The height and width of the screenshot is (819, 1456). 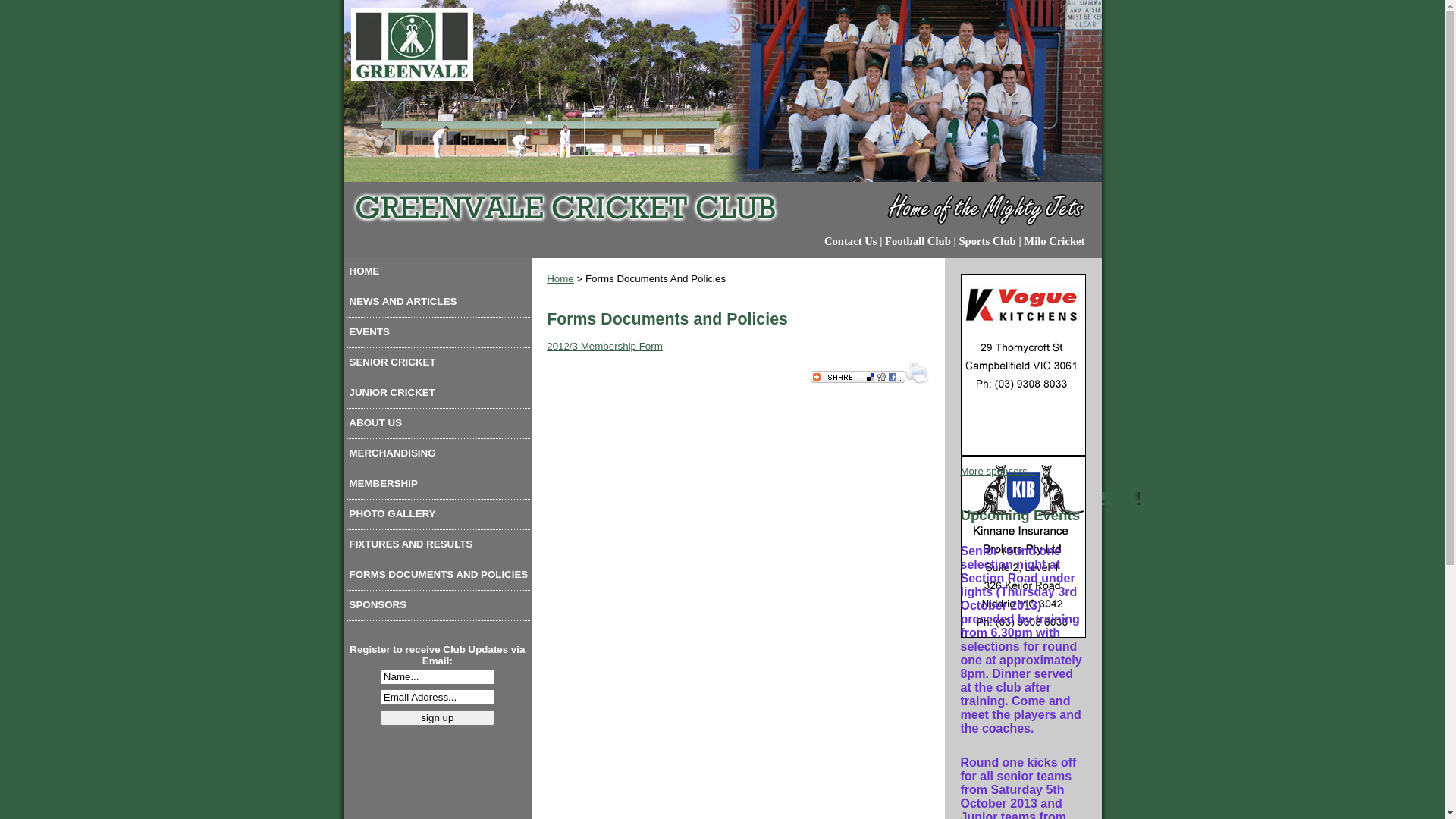 I want to click on 'FORMS DOCUMENTS AND POLICIES', so click(x=438, y=578).